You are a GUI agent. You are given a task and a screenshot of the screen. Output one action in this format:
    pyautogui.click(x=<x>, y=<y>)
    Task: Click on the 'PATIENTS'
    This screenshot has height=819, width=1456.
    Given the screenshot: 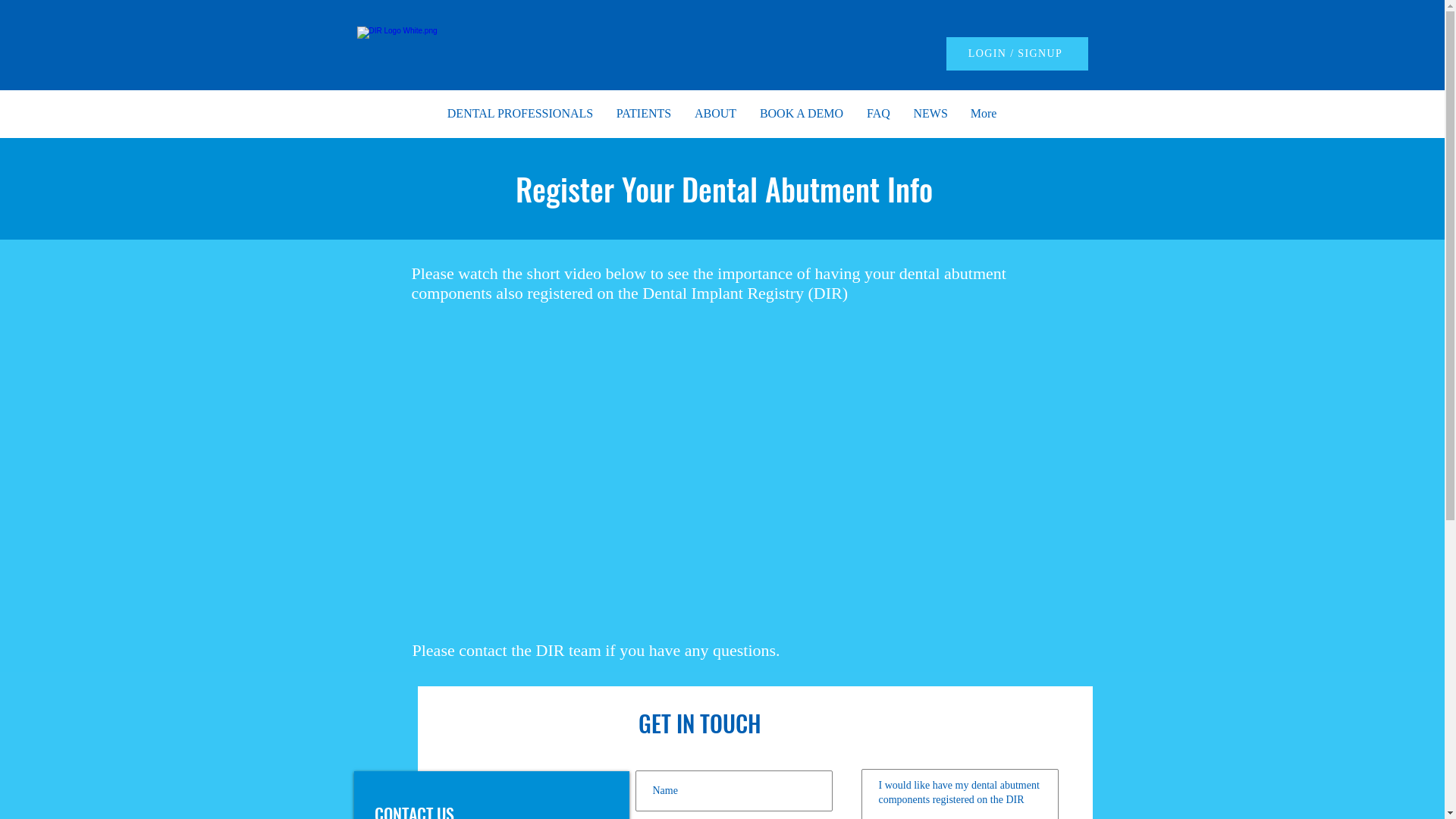 What is the action you would take?
    pyautogui.click(x=644, y=113)
    